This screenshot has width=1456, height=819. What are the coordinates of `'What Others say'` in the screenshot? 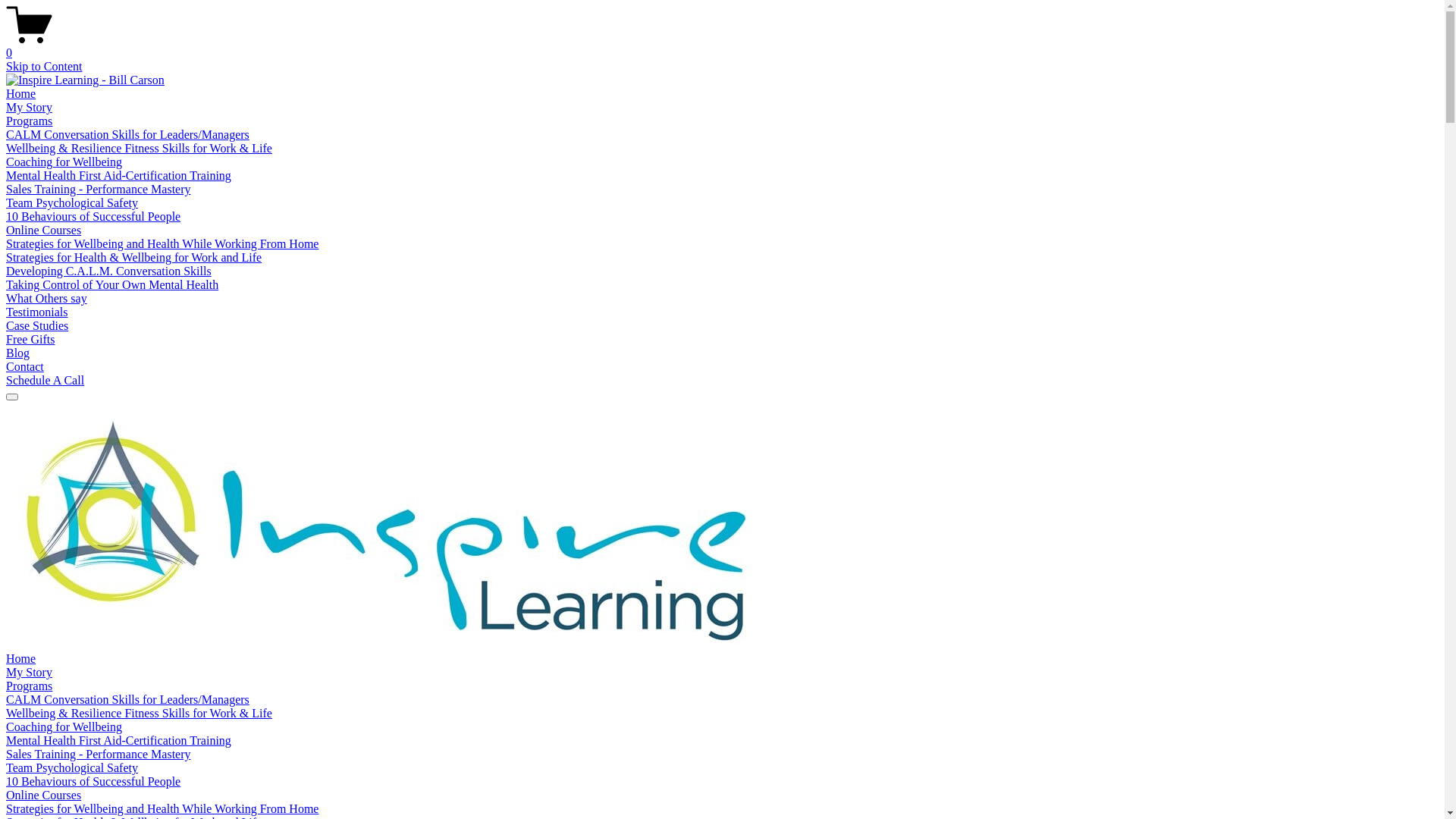 It's located at (6, 298).